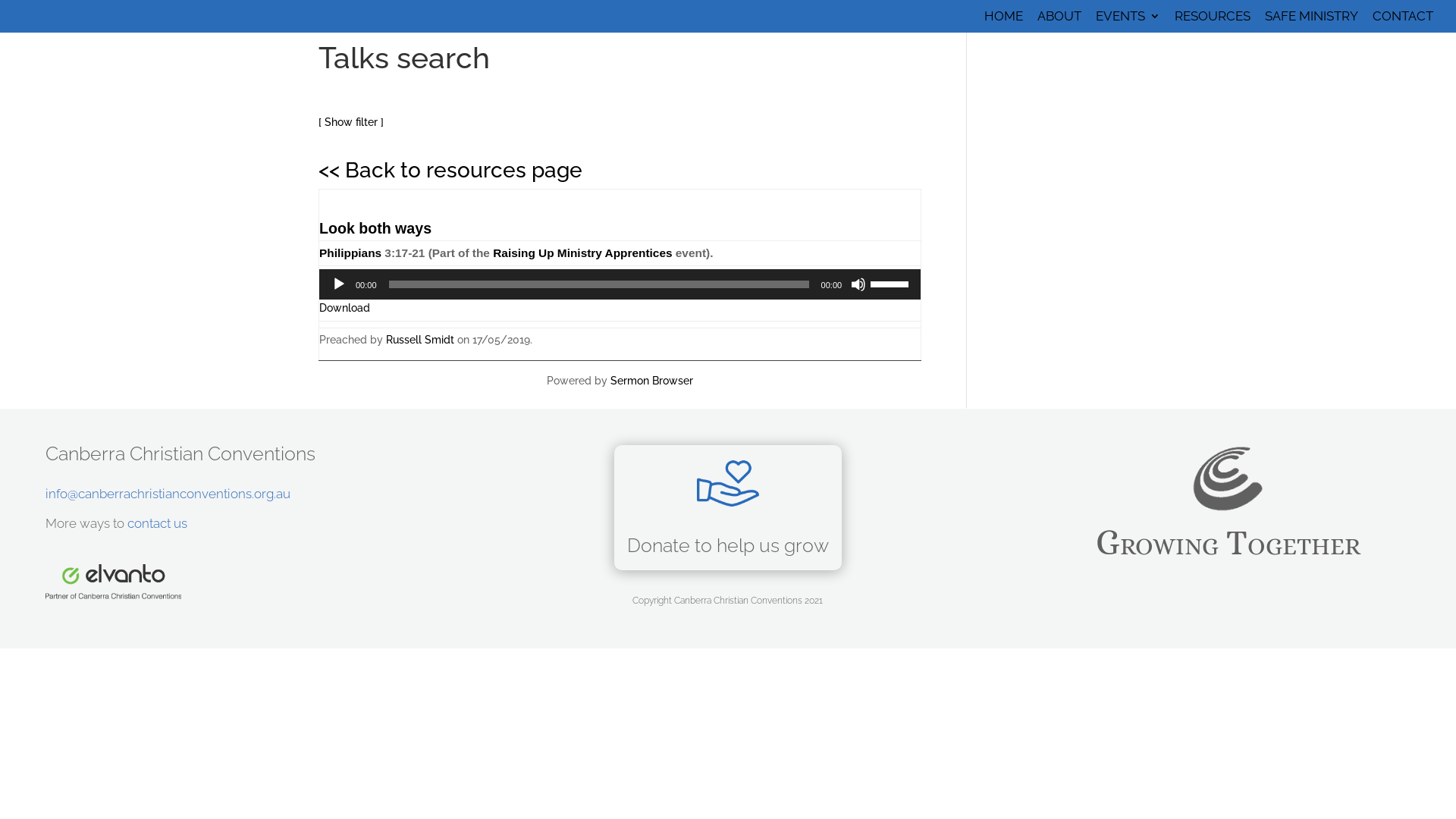  I want to click on 'Philippians', so click(349, 252).